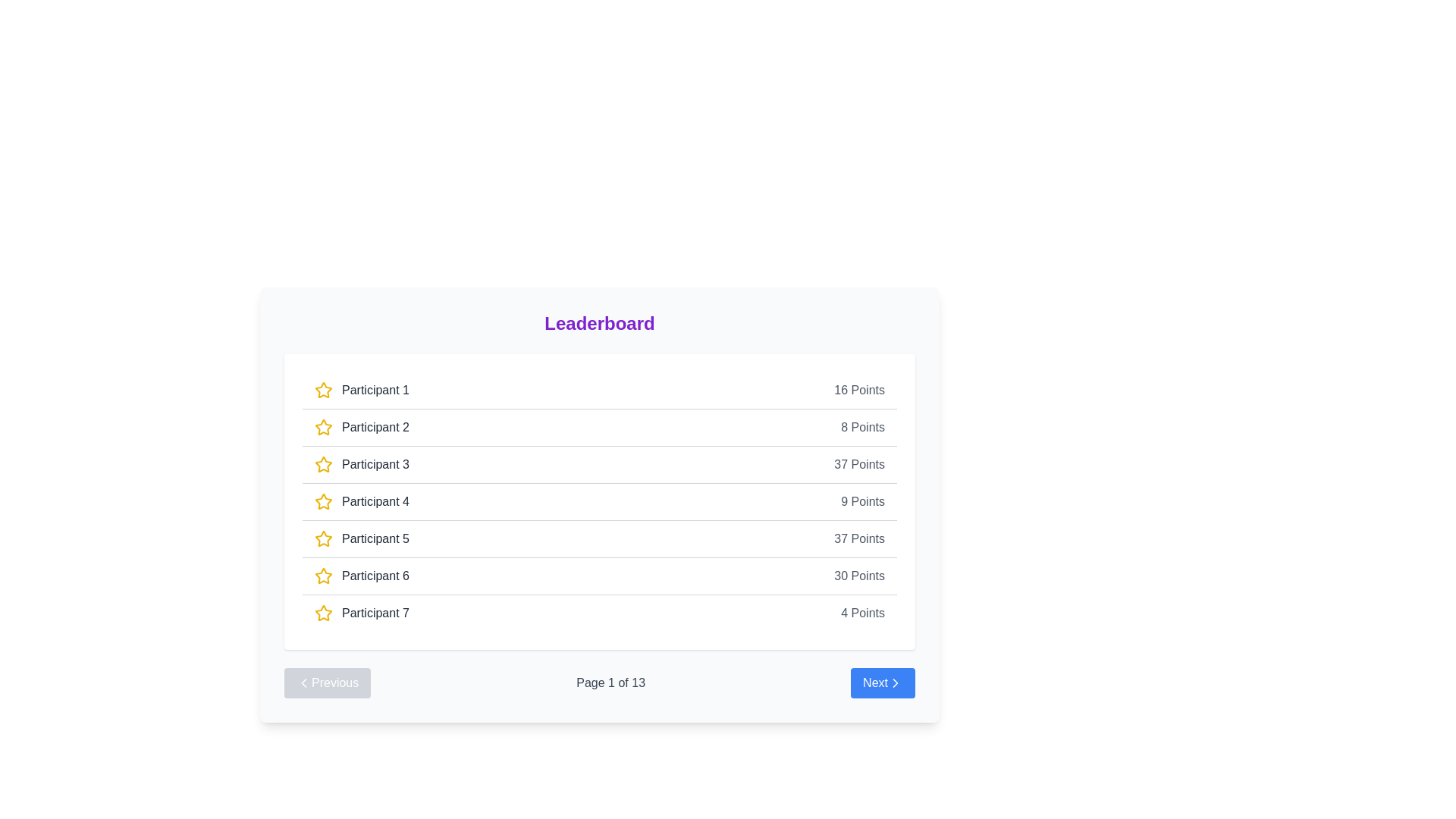 This screenshot has height=819, width=1456. I want to click on the first participant's entry in the leaderboard, so click(599, 390).